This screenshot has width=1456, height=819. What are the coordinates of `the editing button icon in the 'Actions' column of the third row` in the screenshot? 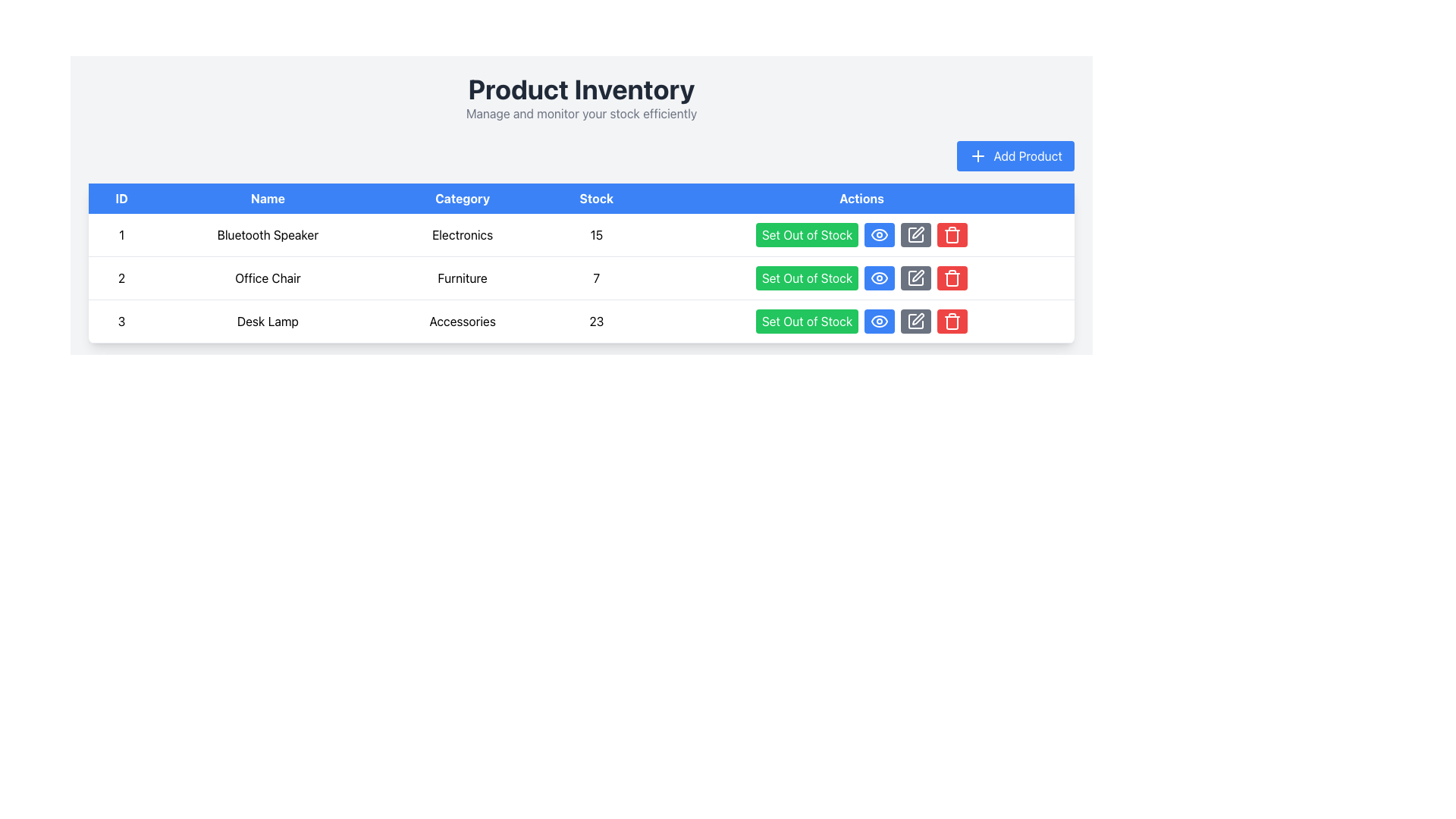 It's located at (918, 275).